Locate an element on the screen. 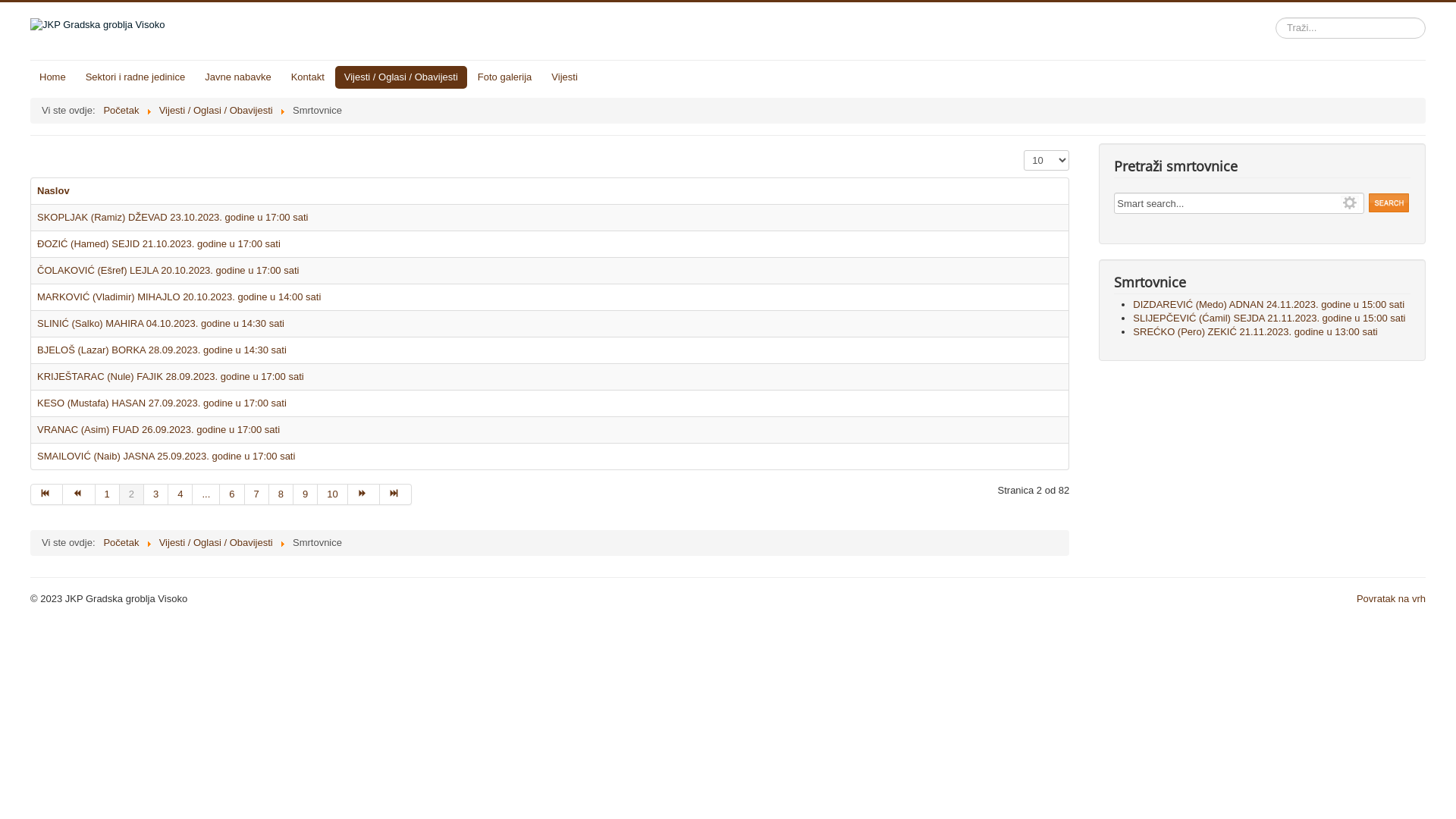  'Kontakt' is located at coordinates (307, 77).